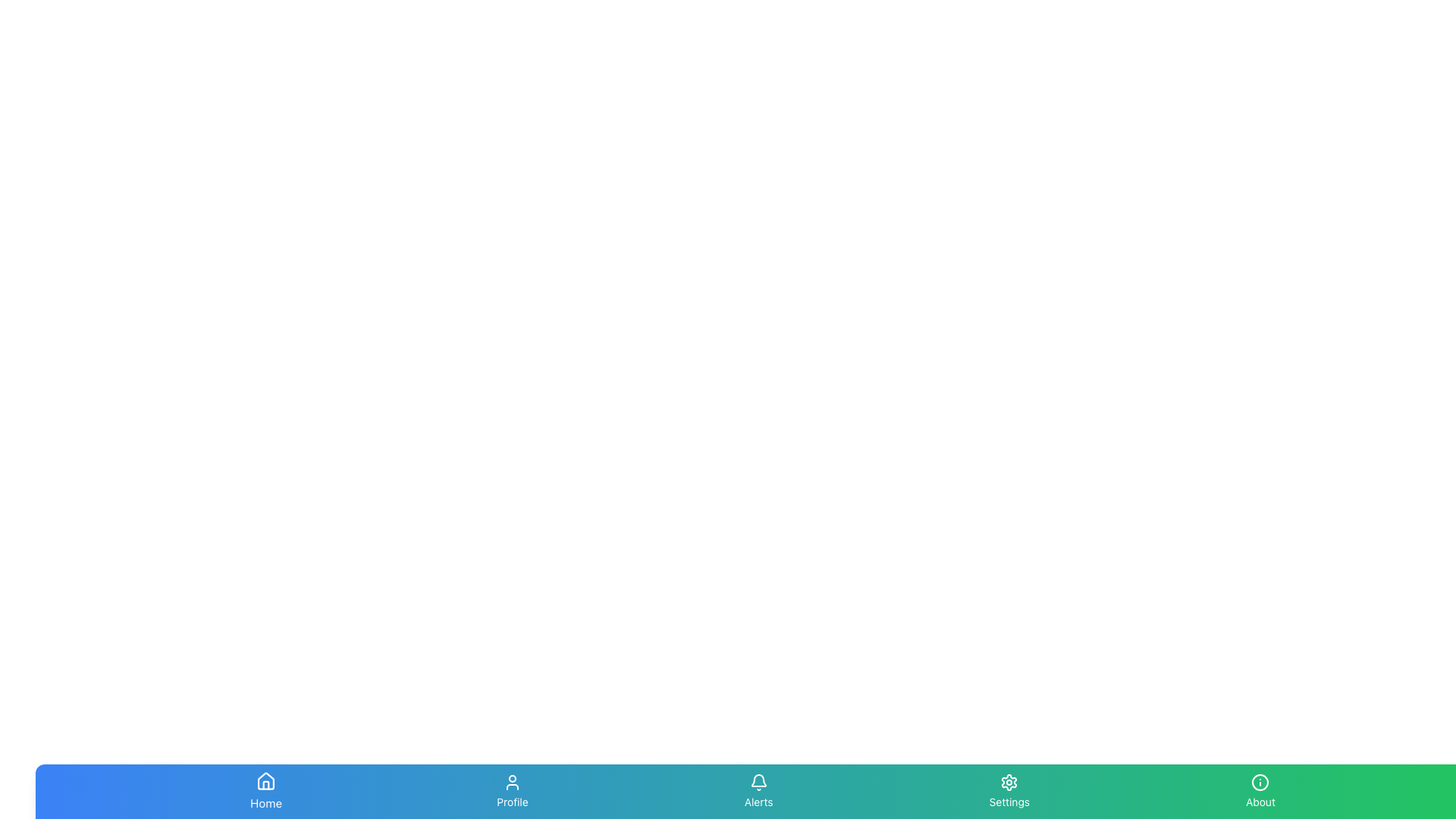 The width and height of the screenshot is (1456, 819). What do you see at coordinates (1260, 791) in the screenshot?
I see `the 'About' button located in the bottom navigation bar, which has a green background and an information symbol icon` at bounding box center [1260, 791].